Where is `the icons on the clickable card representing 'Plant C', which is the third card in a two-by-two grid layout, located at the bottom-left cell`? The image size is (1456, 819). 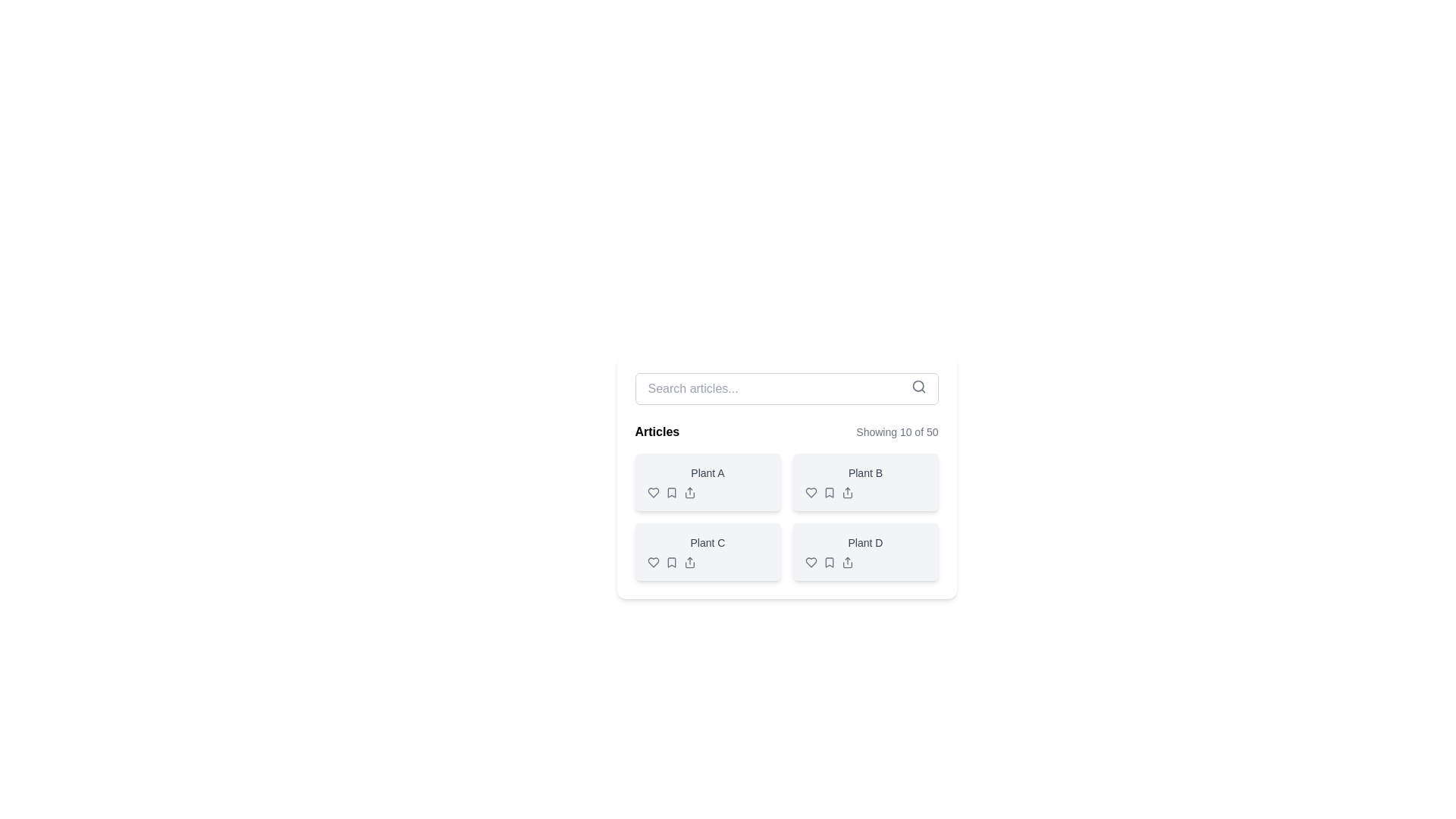
the icons on the clickable card representing 'Plant C', which is the third card in a two-by-two grid layout, located at the bottom-left cell is located at coordinates (707, 552).